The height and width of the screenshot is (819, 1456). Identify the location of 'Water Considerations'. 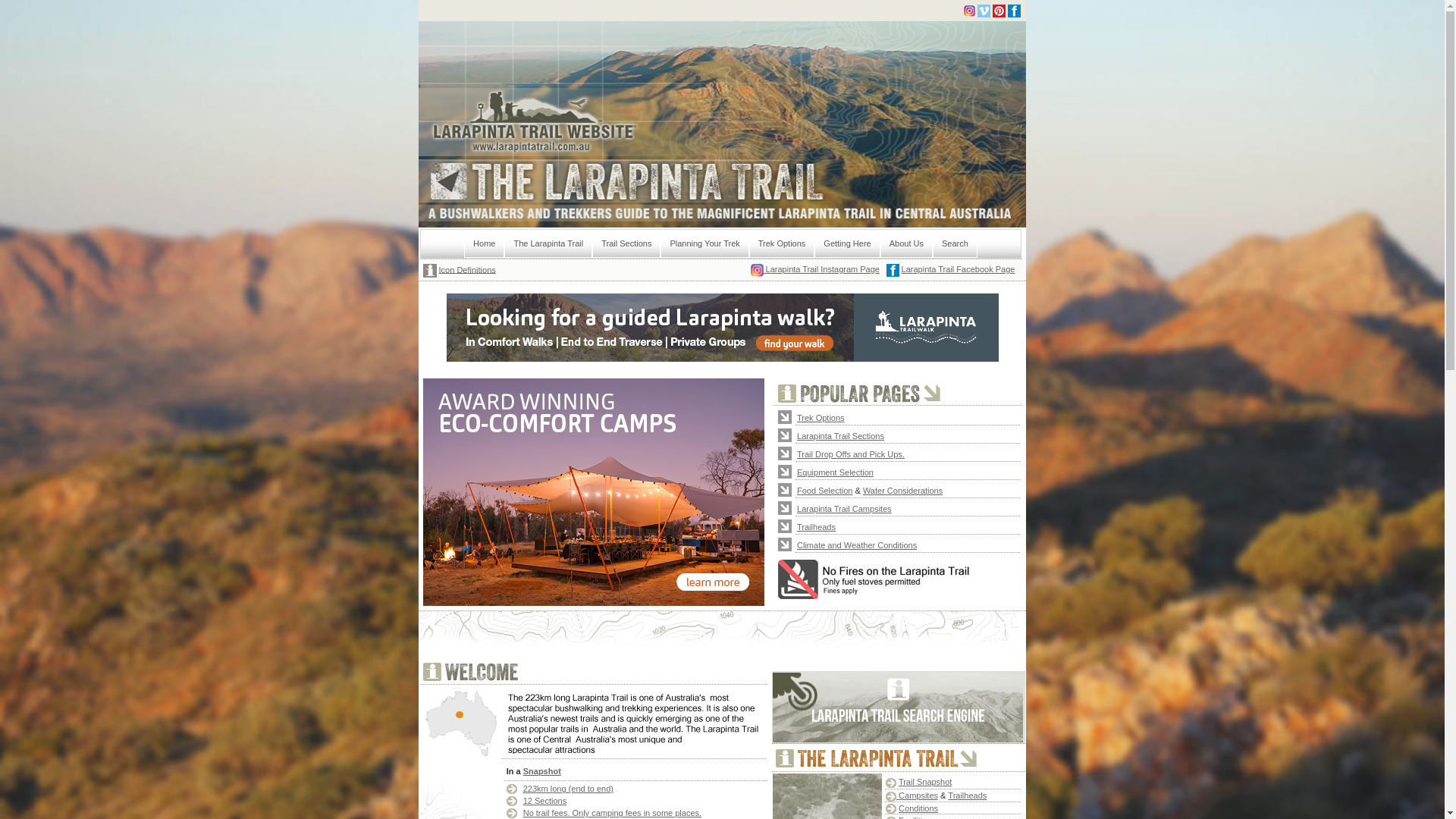
(902, 489).